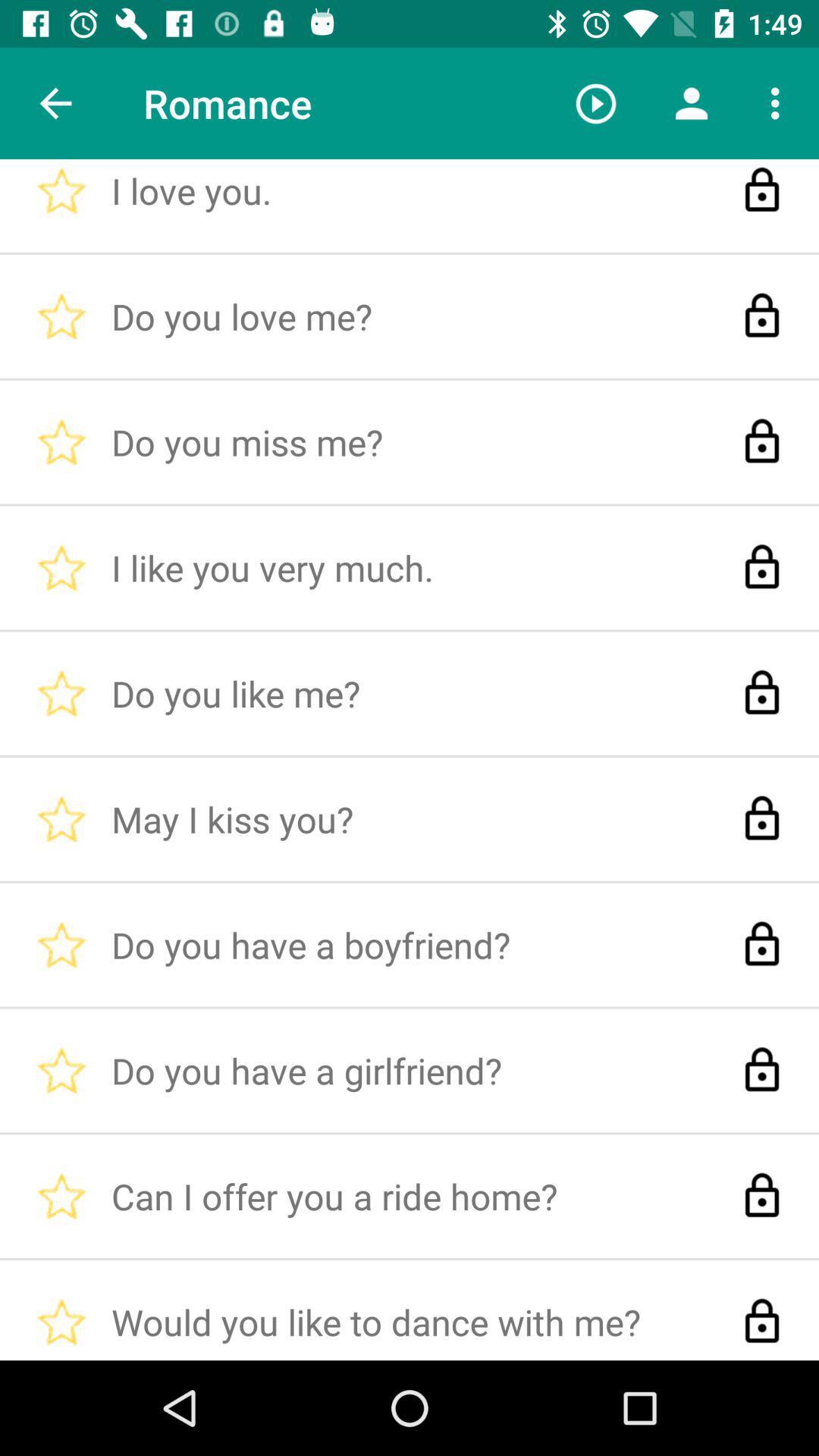  What do you see at coordinates (55, 102) in the screenshot?
I see `the item next to the i love you. item` at bounding box center [55, 102].